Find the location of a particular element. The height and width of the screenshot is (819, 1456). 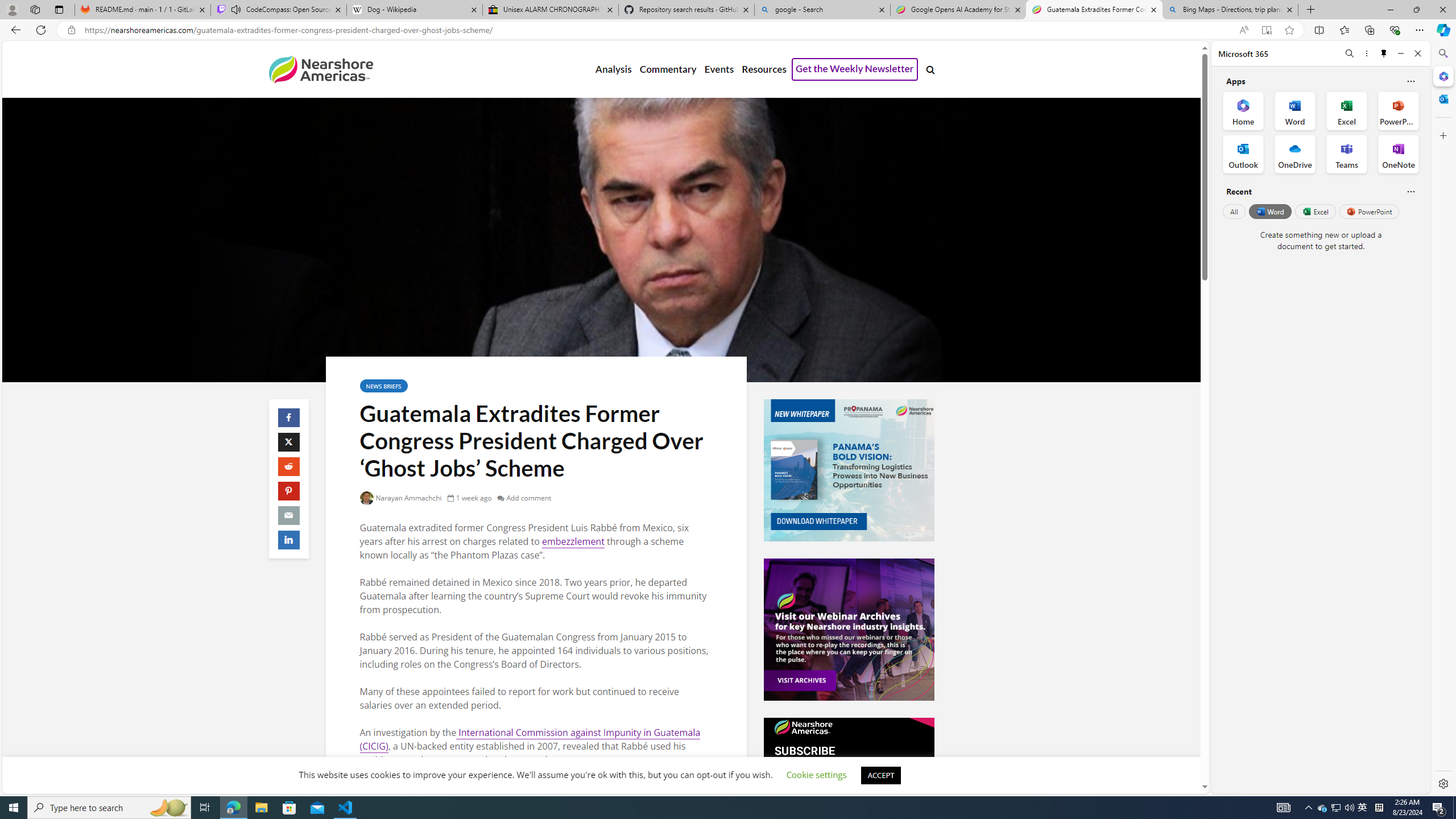

'Get the Weekly Newsletter' is located at coordinates (854, 69).